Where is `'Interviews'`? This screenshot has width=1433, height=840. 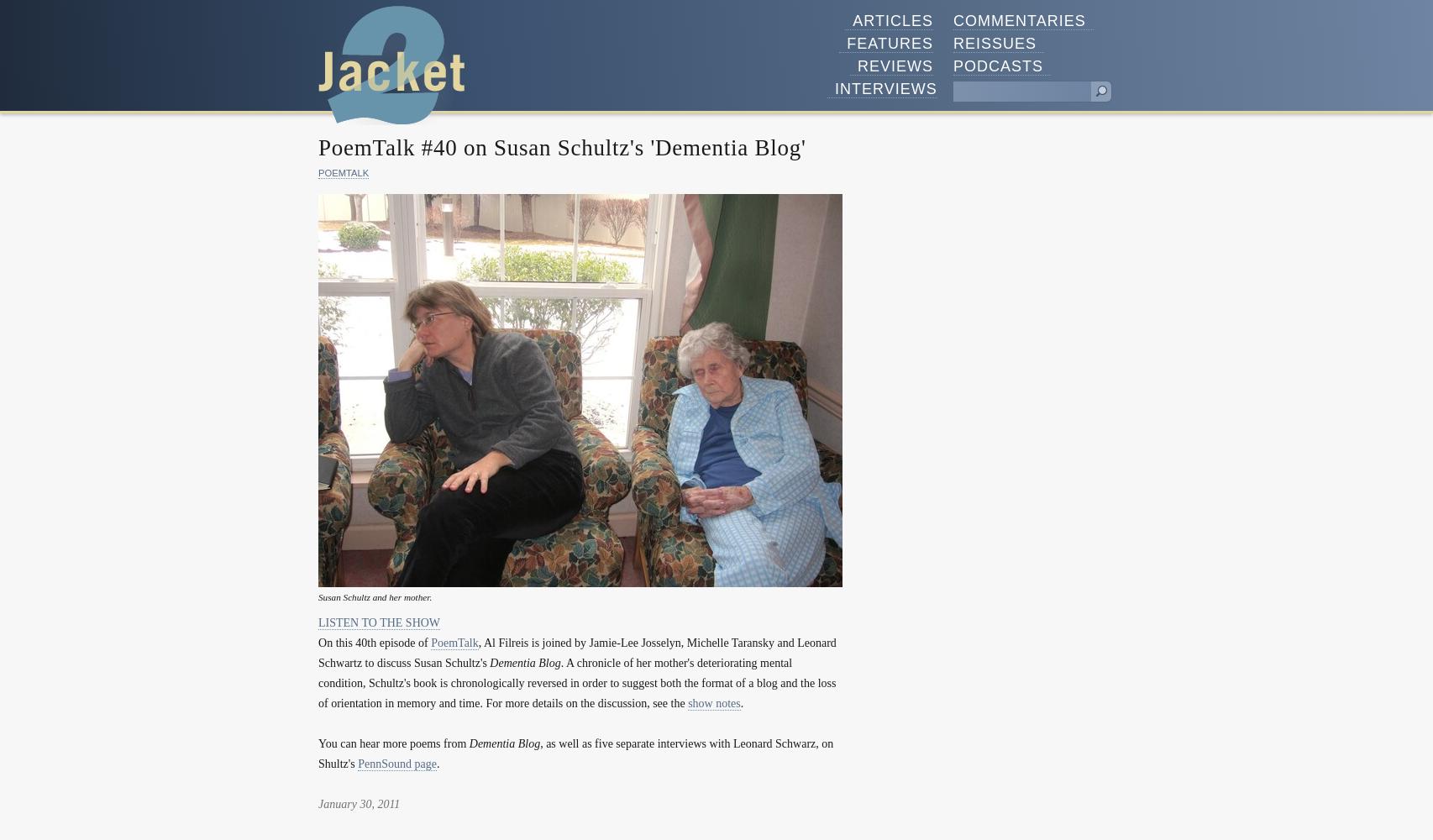 'Interviews' is located at coordinates (885, 87).